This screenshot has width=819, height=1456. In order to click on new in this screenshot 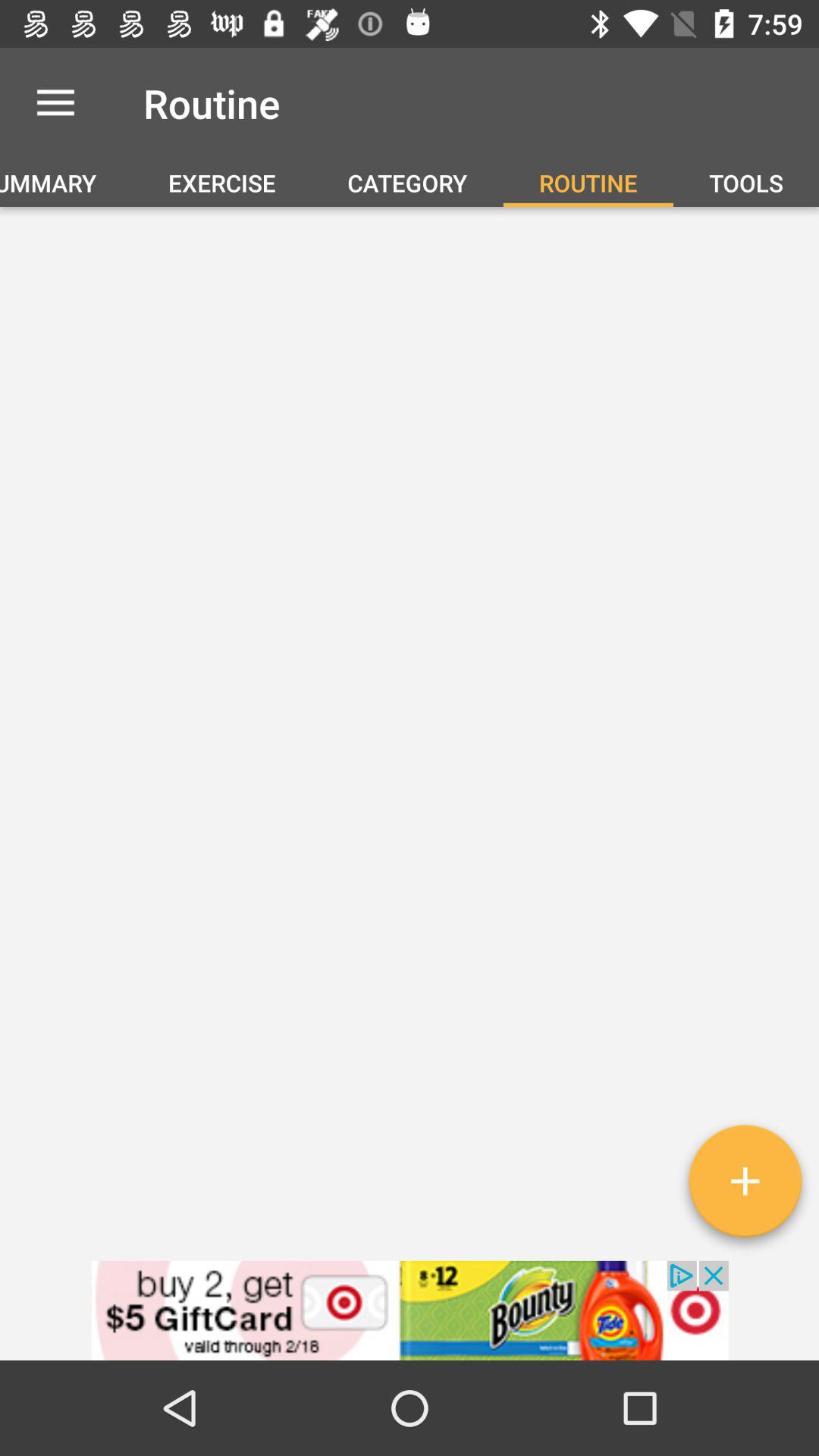, I will do `click(744, 1186)`.